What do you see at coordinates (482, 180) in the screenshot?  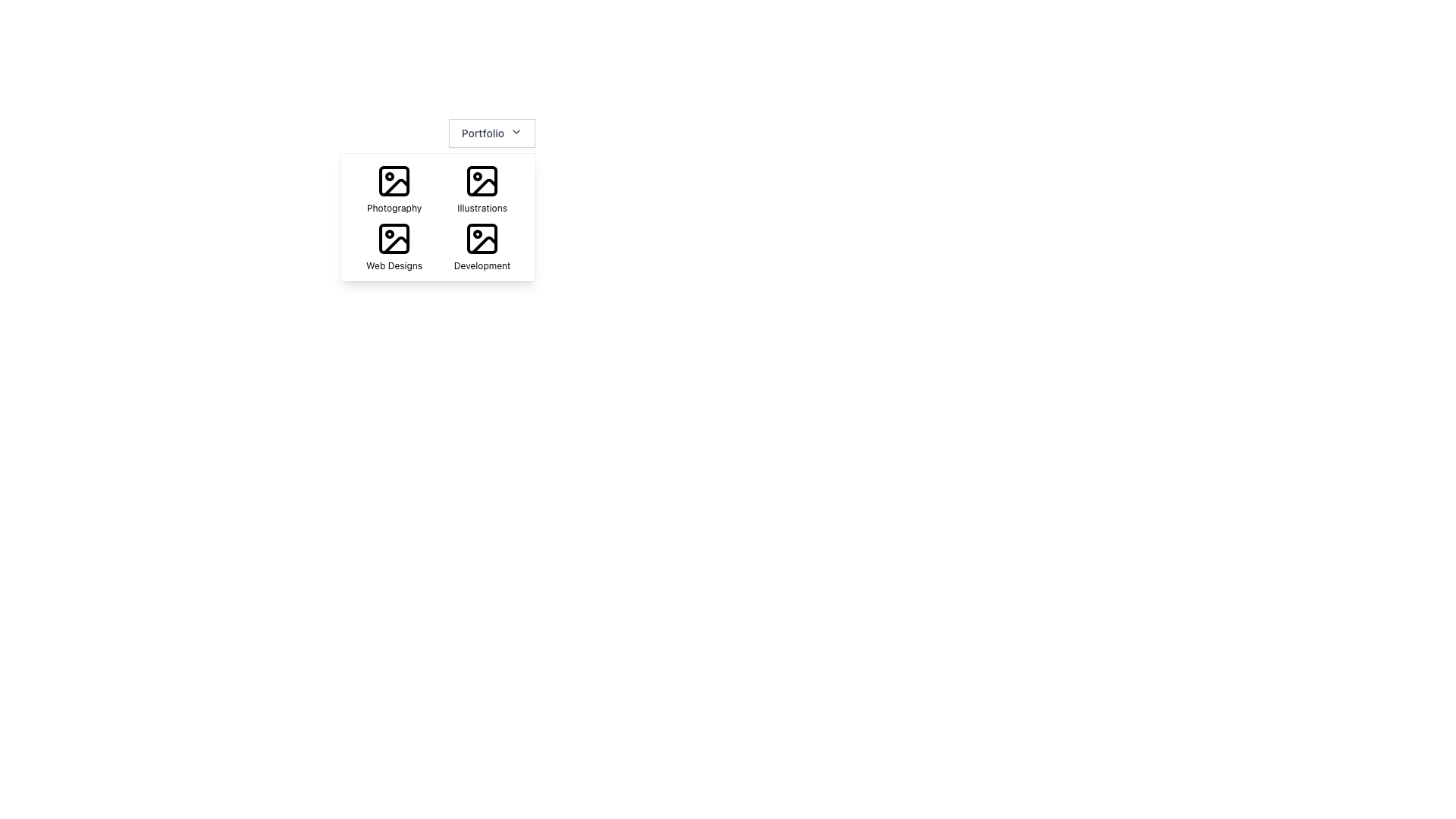 I see `the square icon with a stylized image symbol and the label 'Illustrations'` at bounding box center [482, 180].